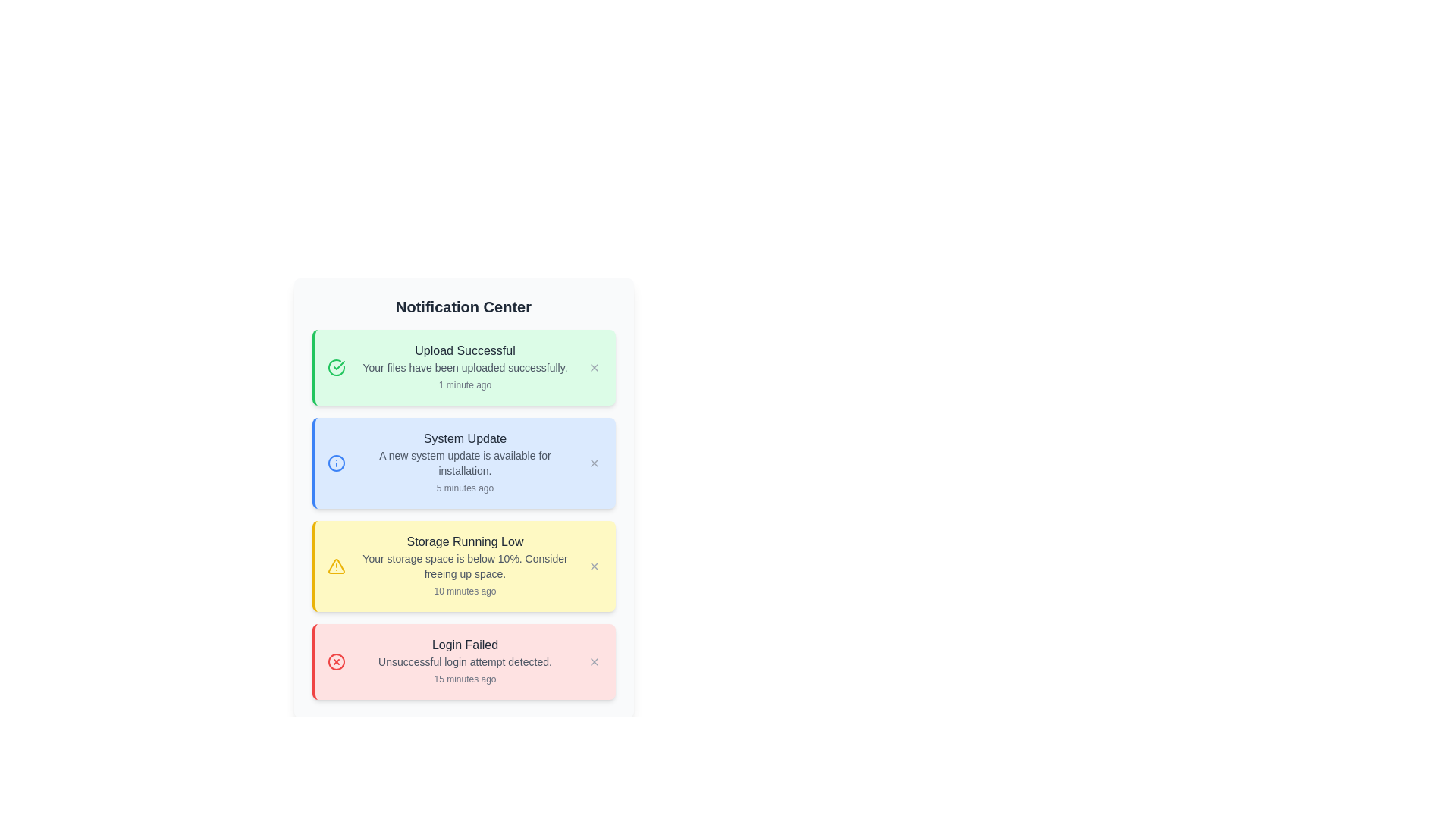 This screenshot has width=1456, height=819. Describe the element at coordinates (335, 566) in the screenshot. I see `the alert icon indicating low storage space in the 'Storage Running Low' notification panel` at that location.